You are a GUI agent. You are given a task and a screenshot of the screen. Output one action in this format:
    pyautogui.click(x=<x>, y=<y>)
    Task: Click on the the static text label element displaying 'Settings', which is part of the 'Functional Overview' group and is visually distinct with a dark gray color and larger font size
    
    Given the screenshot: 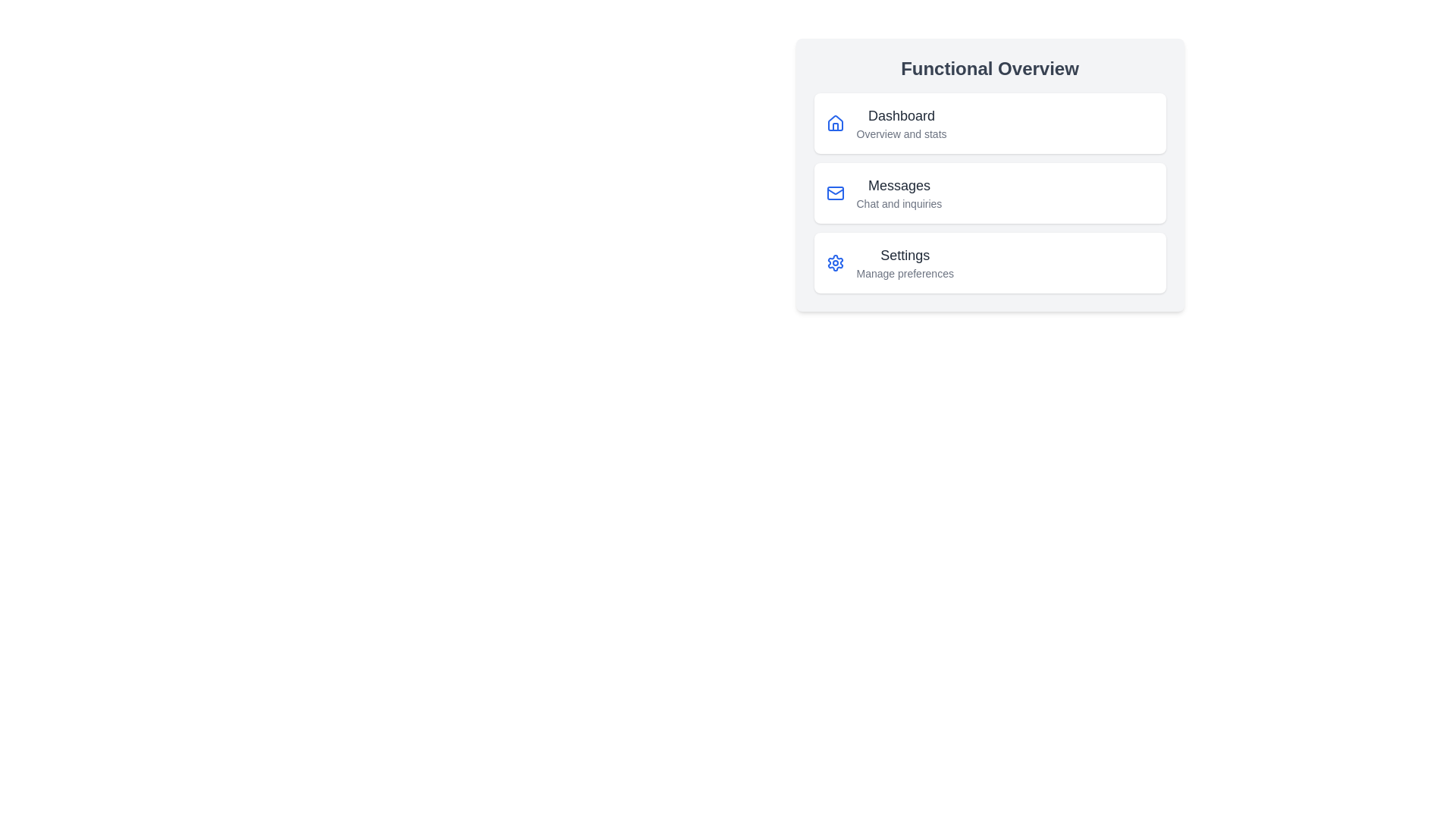 What is the action you would take?
    pyautogui.click(x=905, y=254)
    